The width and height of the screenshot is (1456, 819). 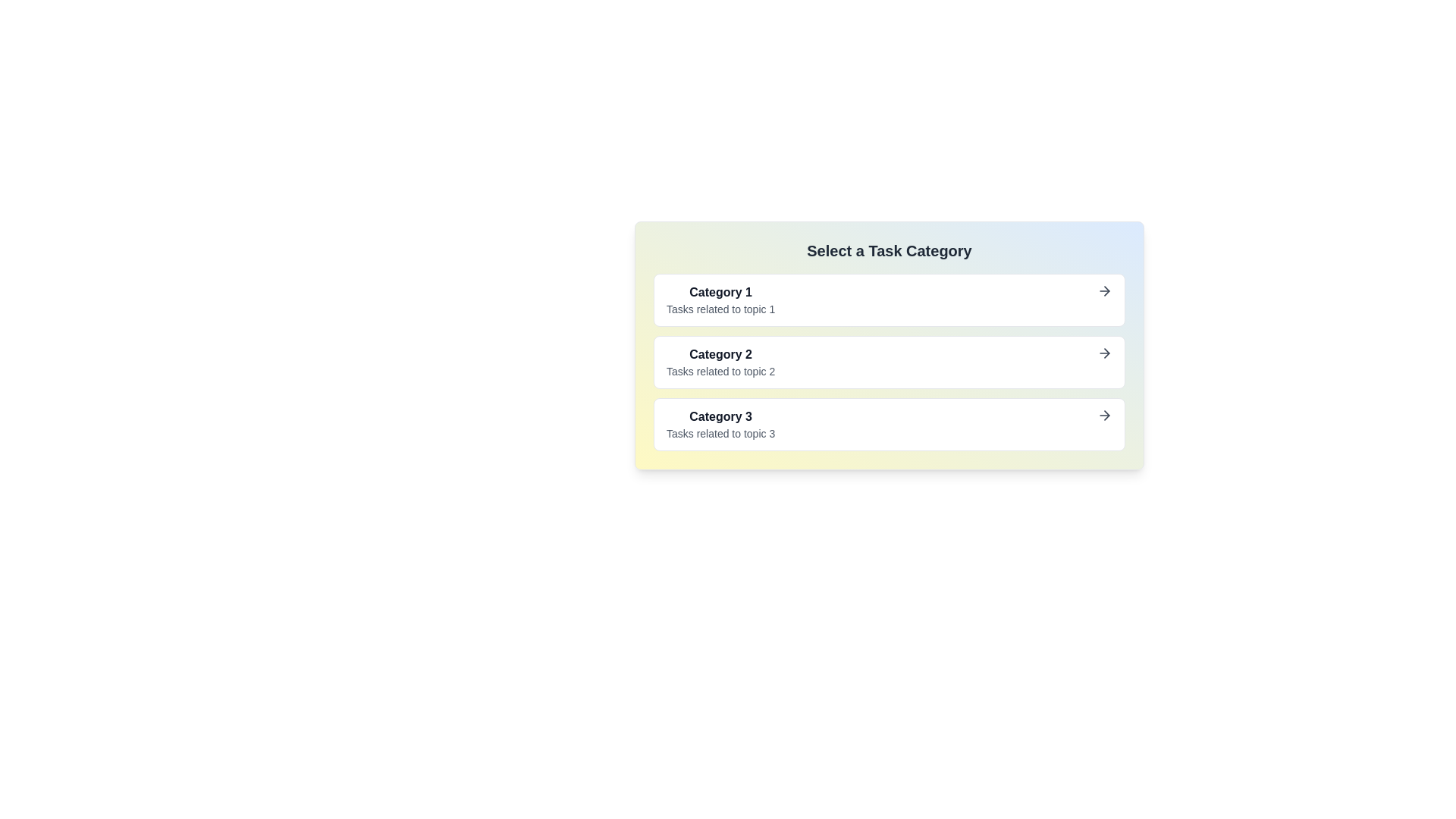 I want to click on the 'Category 3' button, so click(x=889, y=424).